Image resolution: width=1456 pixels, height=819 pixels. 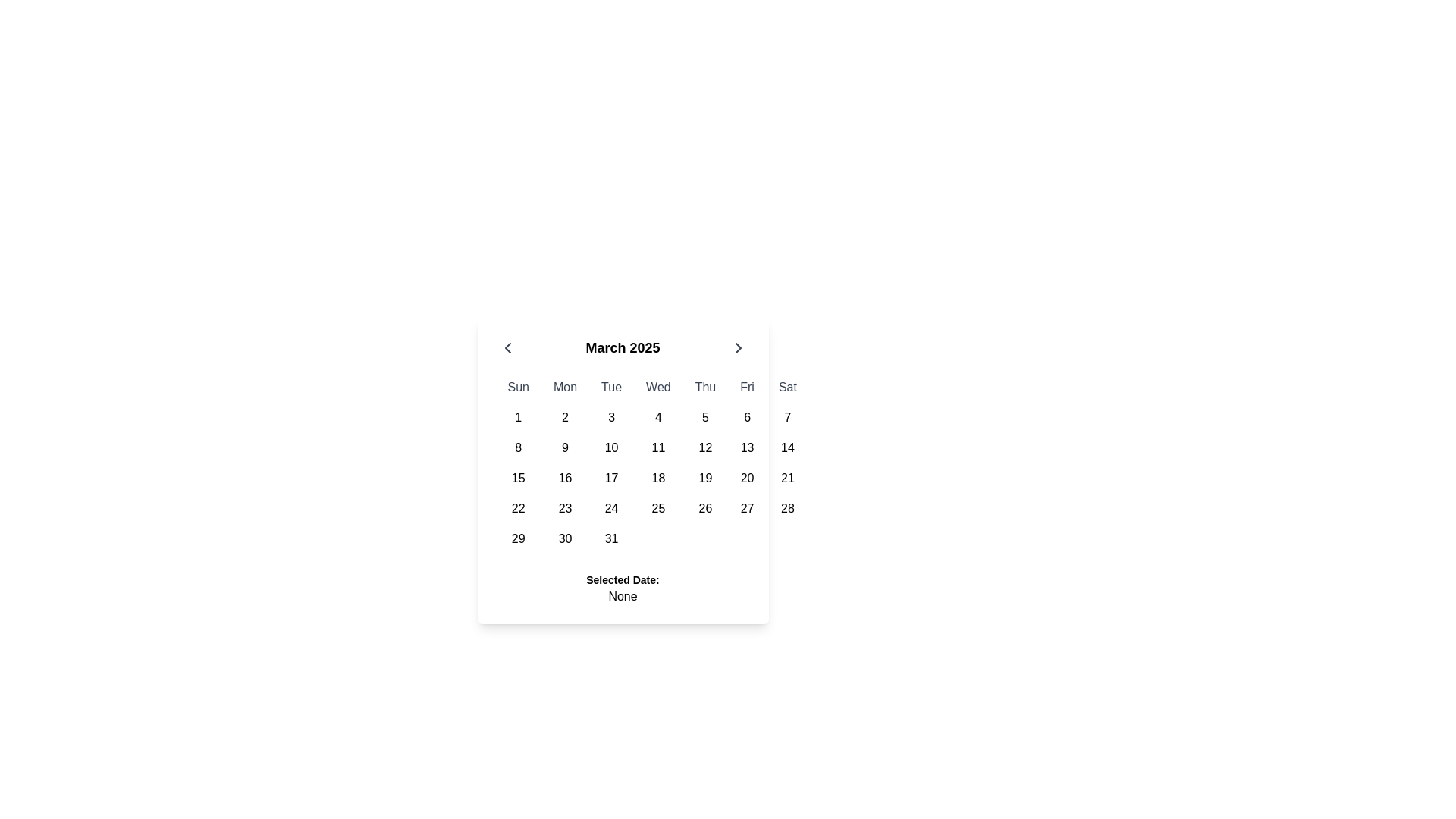 What do you see at coordinates (787, 509) in the screenshot?
I see `the button-like text element displaying '28' in black on a white background, located in the Saturday column of the calendar interface` at bounding box center [787, 509].